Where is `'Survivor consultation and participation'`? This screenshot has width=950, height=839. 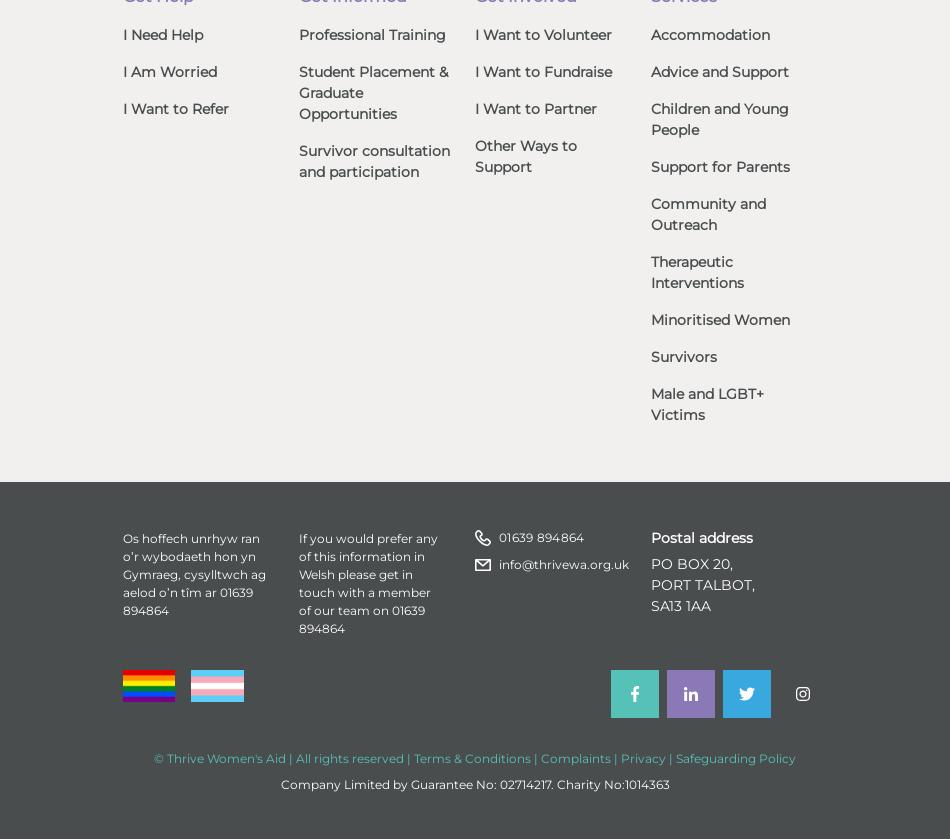 'Survivor consultation and participation' is located at coordinates (297, 160).